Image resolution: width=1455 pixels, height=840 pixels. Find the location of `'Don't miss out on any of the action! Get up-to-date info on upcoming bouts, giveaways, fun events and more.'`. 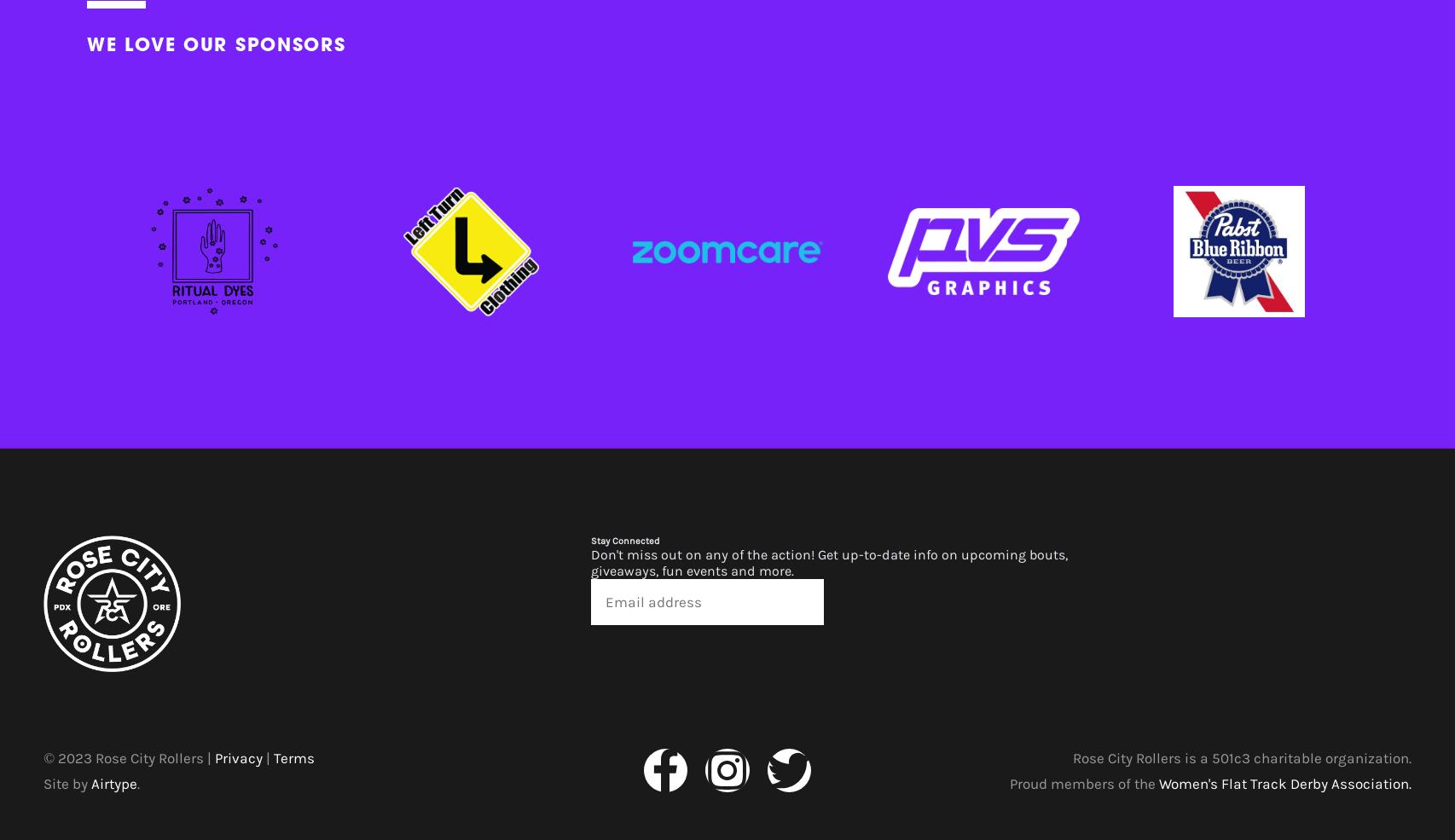

'Don't miss out on any of the action! Get up-to-date info on upcoming bouts, giveaways, fun events and more.' is located at coordinates (828, 560).